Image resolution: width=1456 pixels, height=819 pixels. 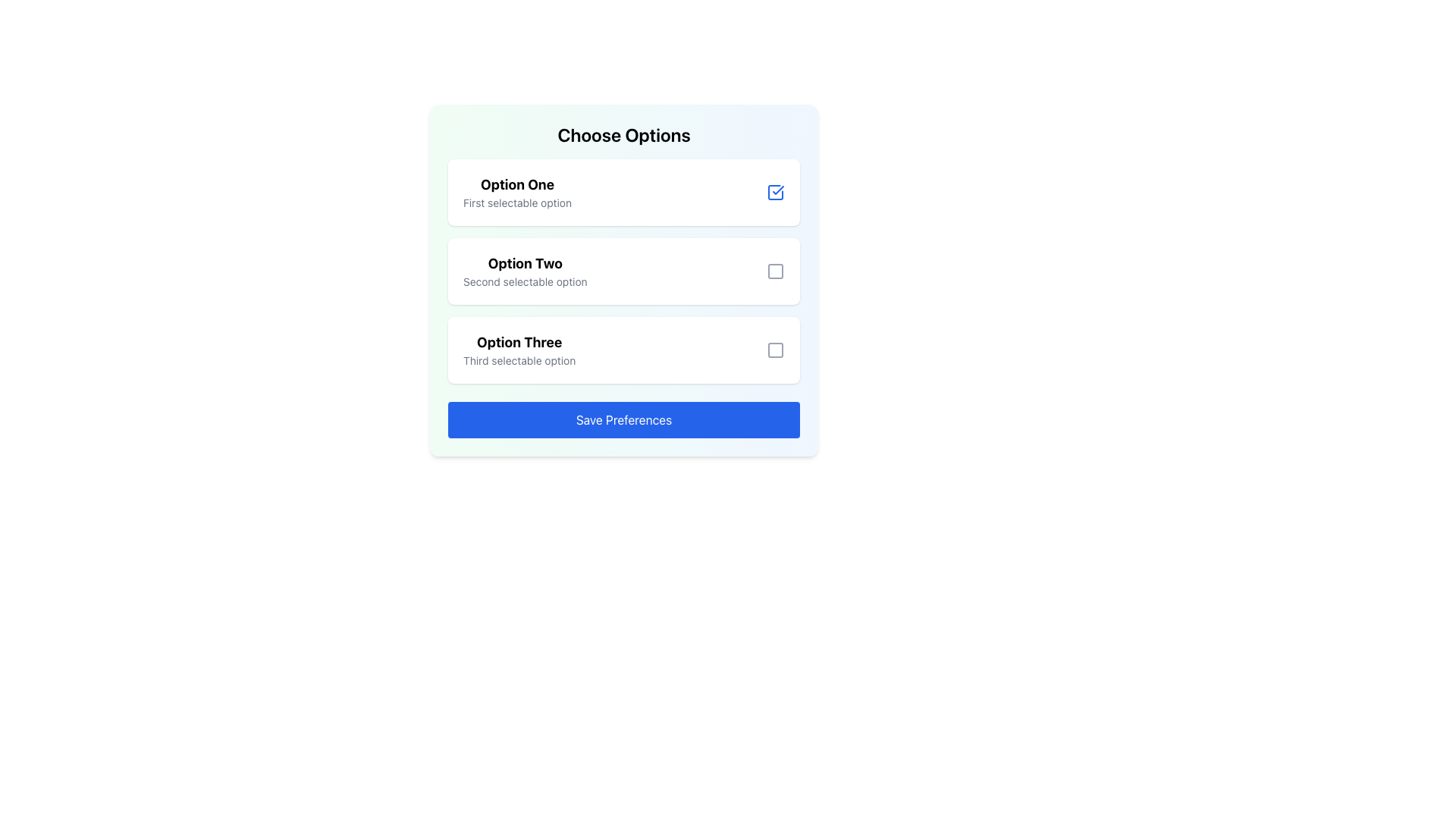 I want to click on the text label that reads 'Third selectable option', which is styled with a gray, small-sized font and located directly below 'Option Three' in the 'Choose Options' section, so click(x=519, y=360).